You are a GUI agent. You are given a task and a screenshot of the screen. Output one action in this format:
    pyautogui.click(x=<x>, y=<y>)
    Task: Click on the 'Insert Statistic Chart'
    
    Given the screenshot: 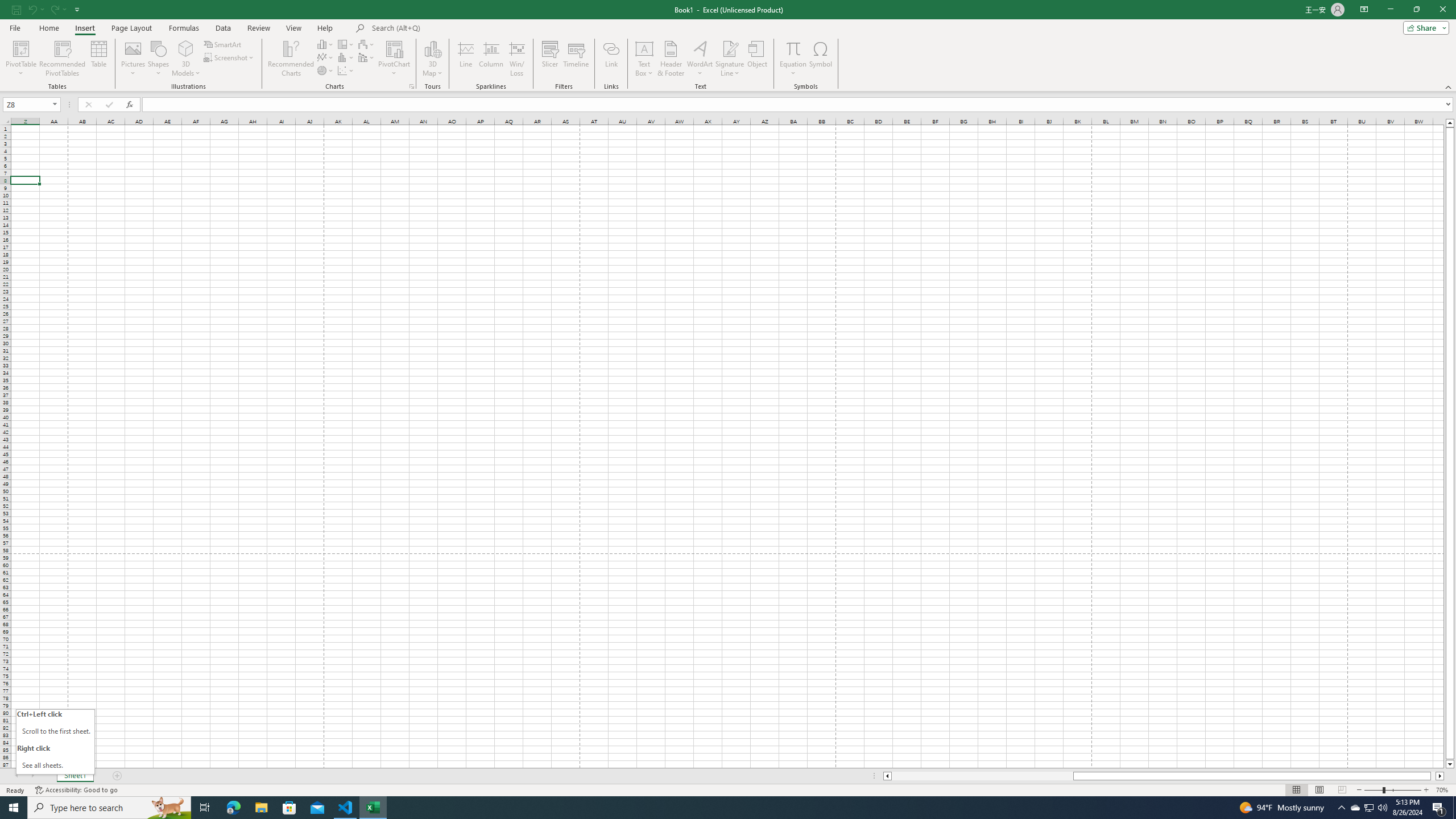 What is the action you would take?
    pyautogui.click(x=346, y=56)
    